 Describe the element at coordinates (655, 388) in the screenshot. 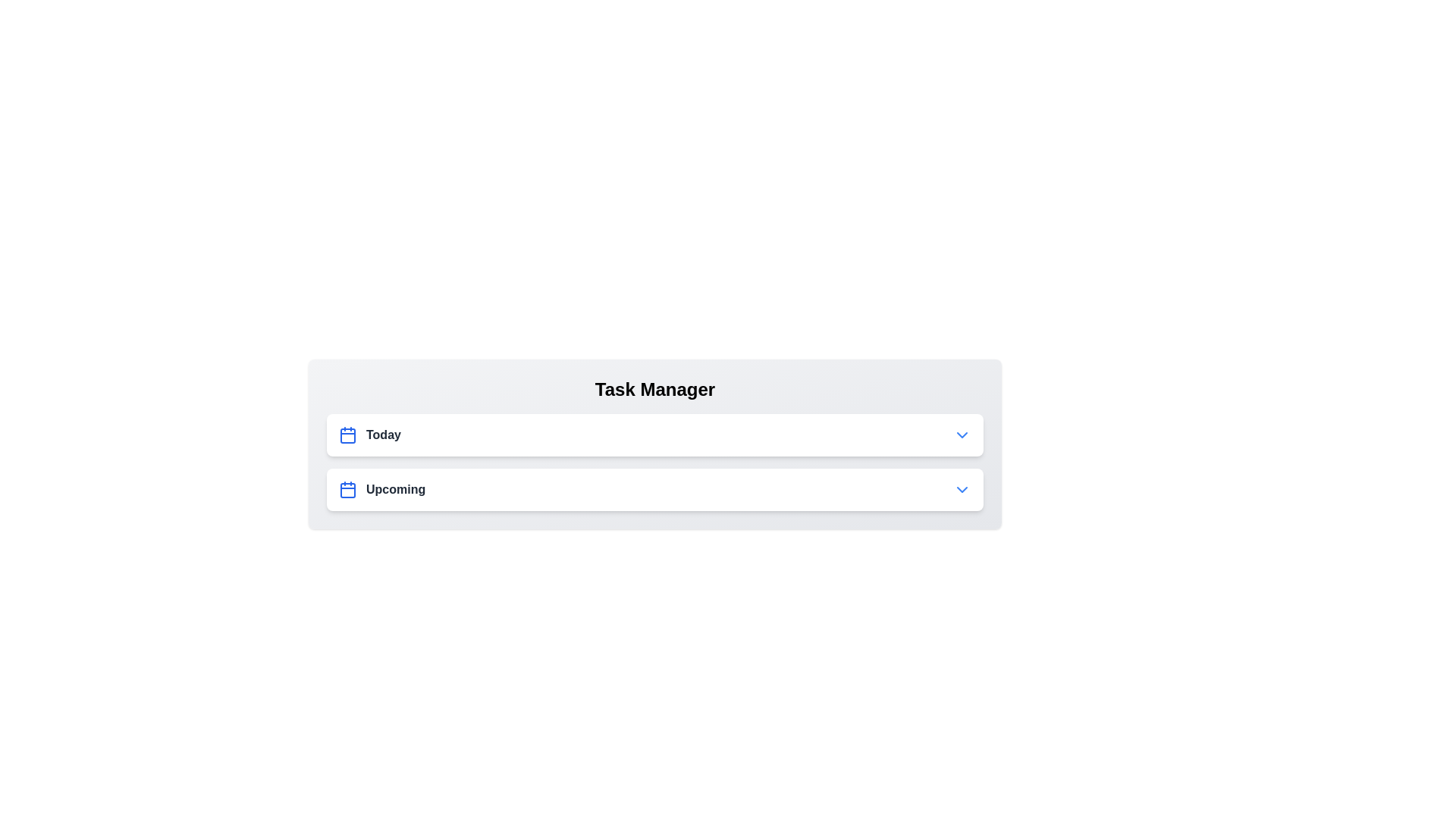

I see `the header of the Task Manager to select or focus it` at that location.